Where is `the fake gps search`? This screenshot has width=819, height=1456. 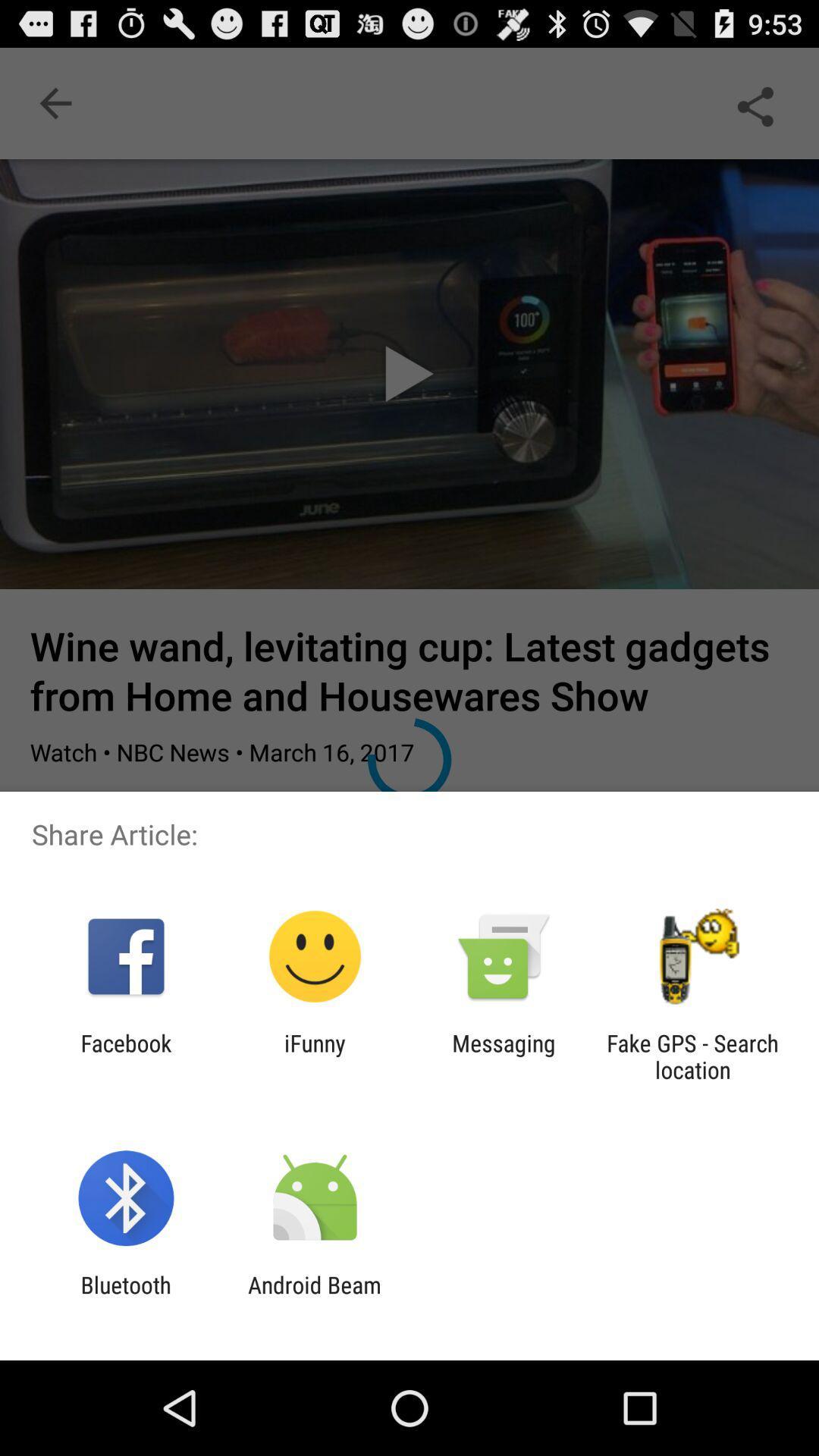
the fake gps search is located at coordinates (692, 1056).